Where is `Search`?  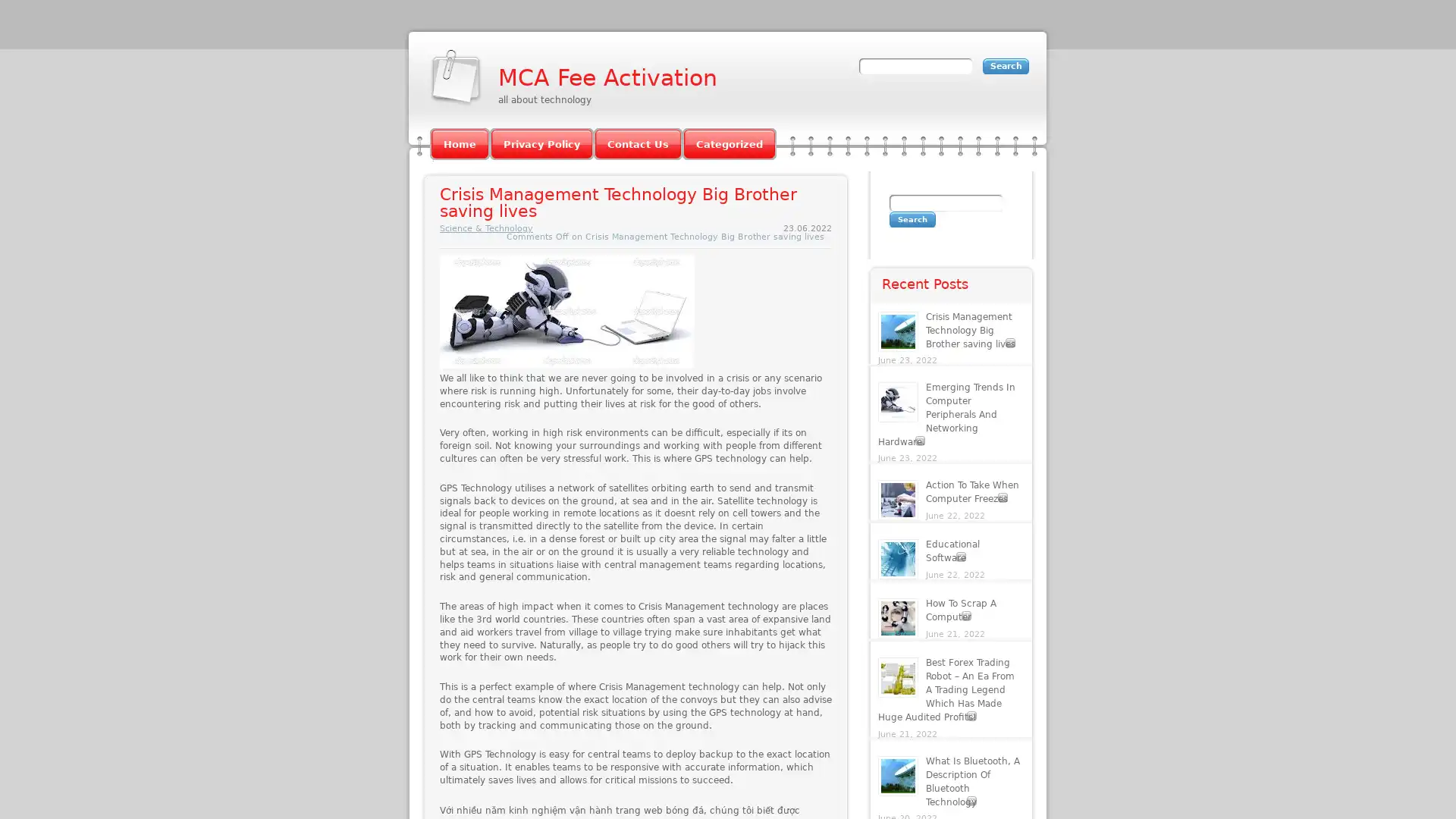 Search is located at coordinates (1006, 65).